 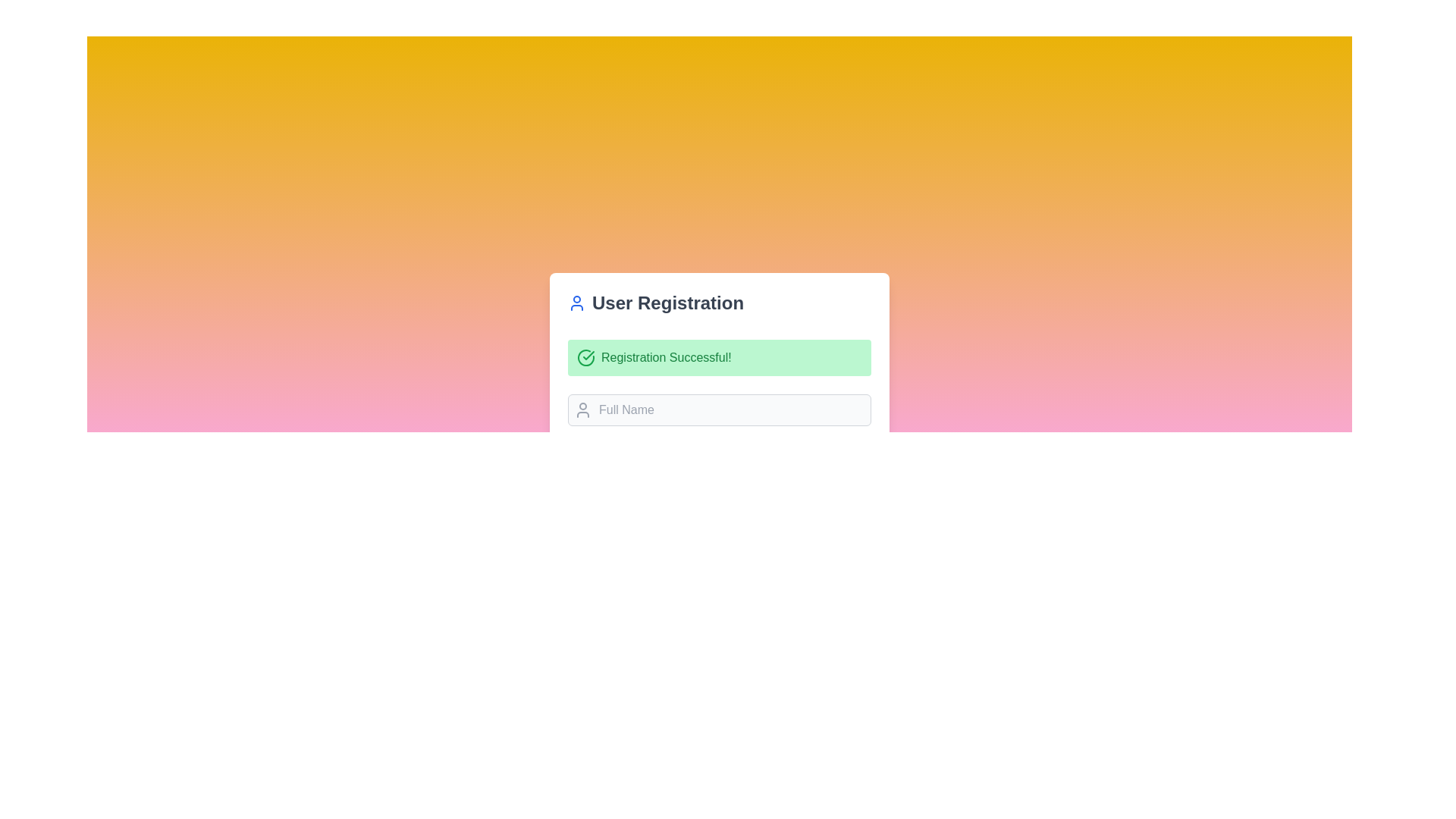 I want to click on the visual confirmation icon located on the left side of the 'Registration Successful!' notification bar, so click(x=585, y=357).